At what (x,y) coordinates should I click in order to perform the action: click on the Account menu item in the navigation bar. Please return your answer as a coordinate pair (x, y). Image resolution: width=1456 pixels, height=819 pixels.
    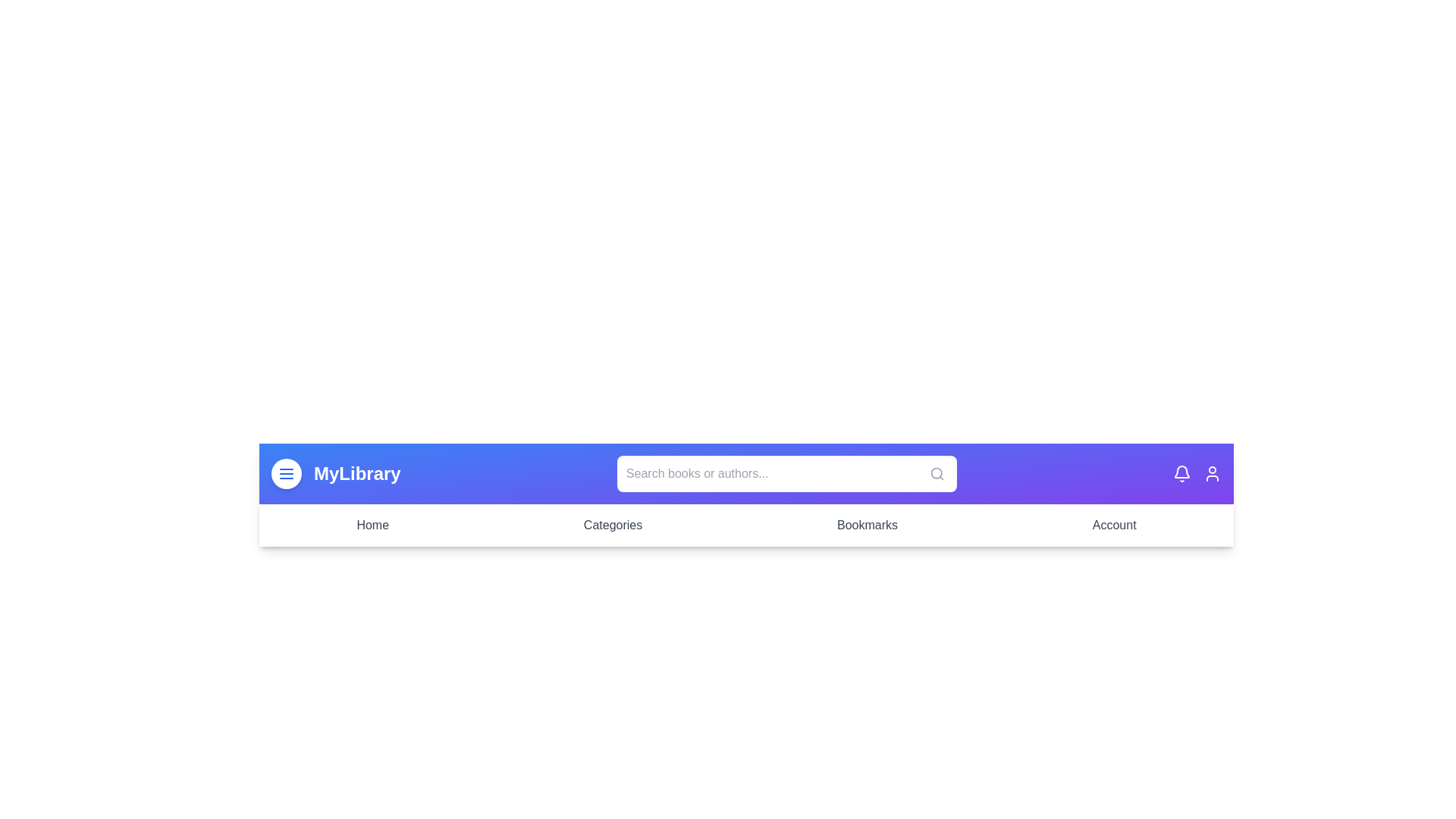
    Looking at the image, I should click on (1114, 525).